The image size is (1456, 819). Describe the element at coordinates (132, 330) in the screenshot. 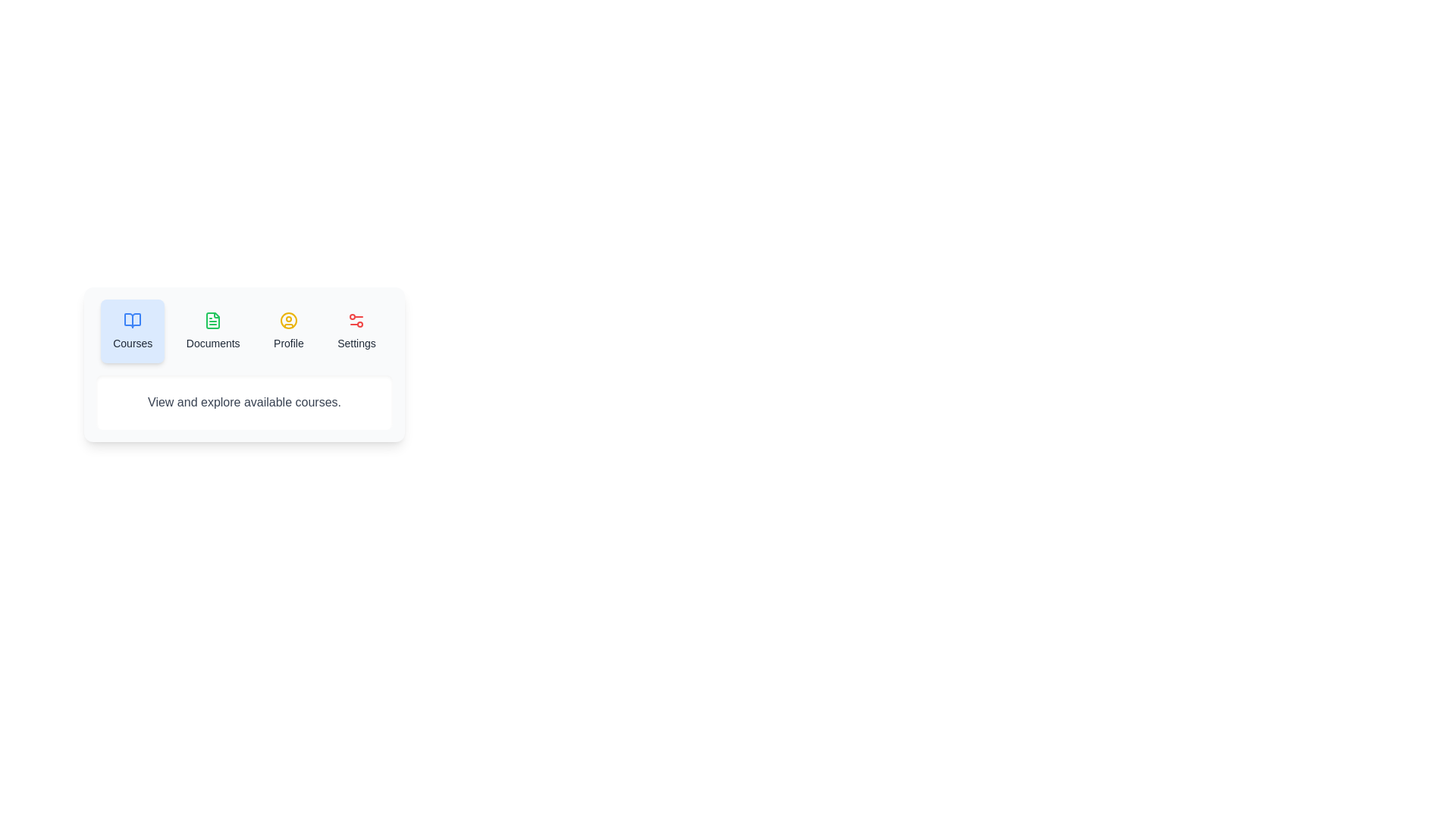

I see `the Courses tab to view its content` at that location.